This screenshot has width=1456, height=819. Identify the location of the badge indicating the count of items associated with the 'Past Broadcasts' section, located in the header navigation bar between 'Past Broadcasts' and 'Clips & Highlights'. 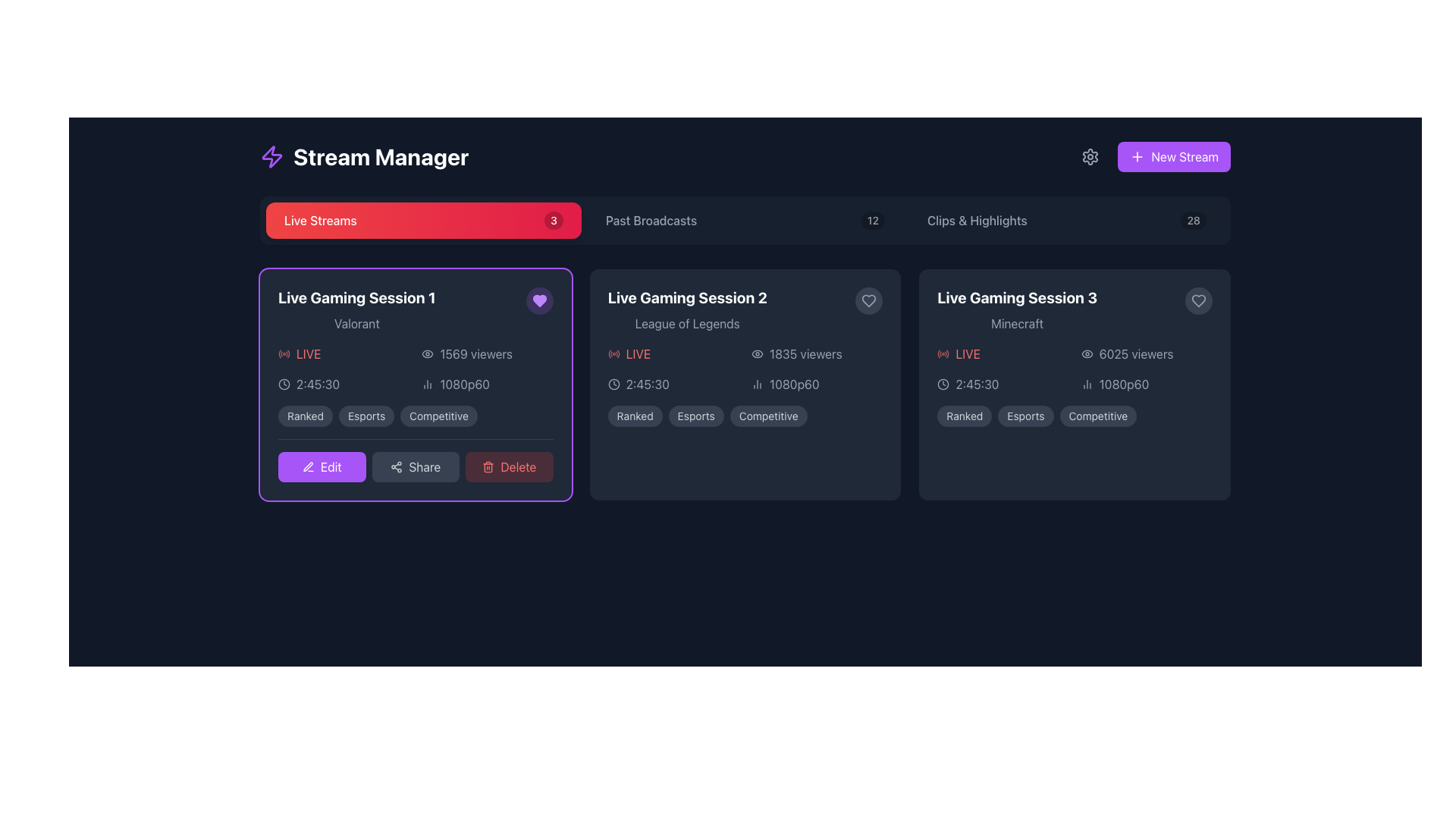
(873, 220).